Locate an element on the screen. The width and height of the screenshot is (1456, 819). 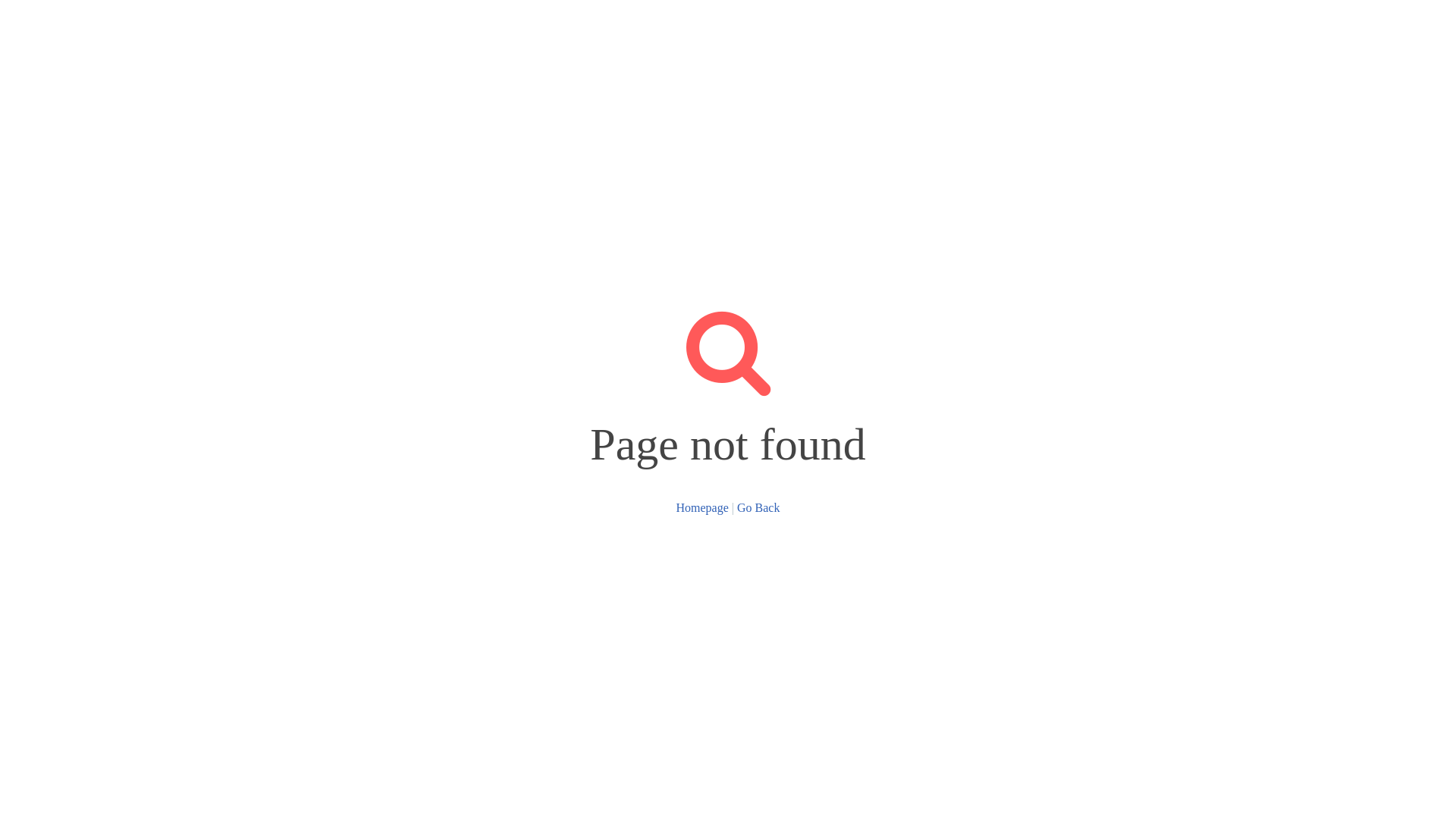
'Go Back' is located at coordinates (758, 507).